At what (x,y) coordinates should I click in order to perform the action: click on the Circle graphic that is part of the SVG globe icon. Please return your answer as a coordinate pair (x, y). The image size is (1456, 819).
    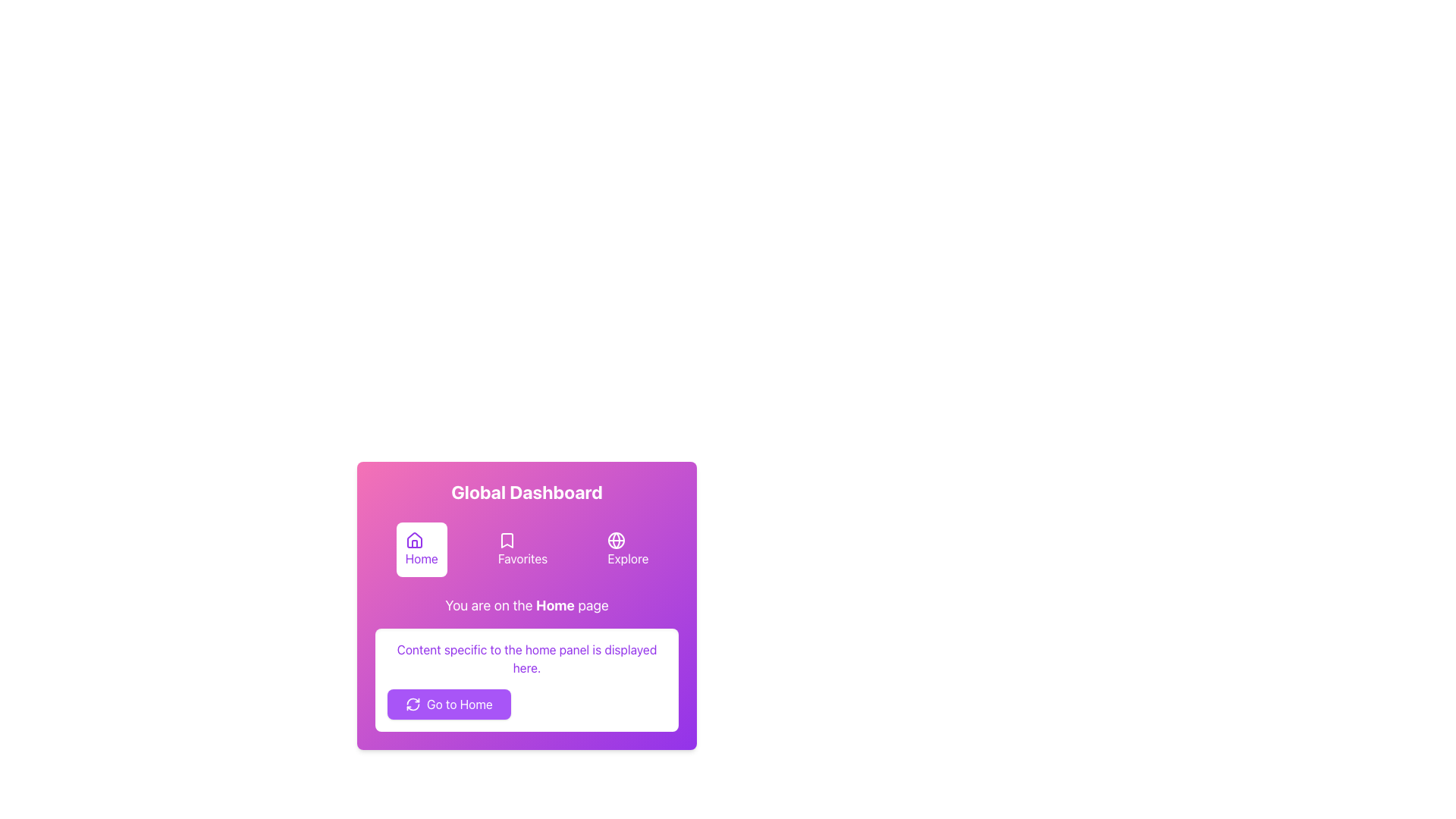
    Looking at the image, I should click on (617, 540).